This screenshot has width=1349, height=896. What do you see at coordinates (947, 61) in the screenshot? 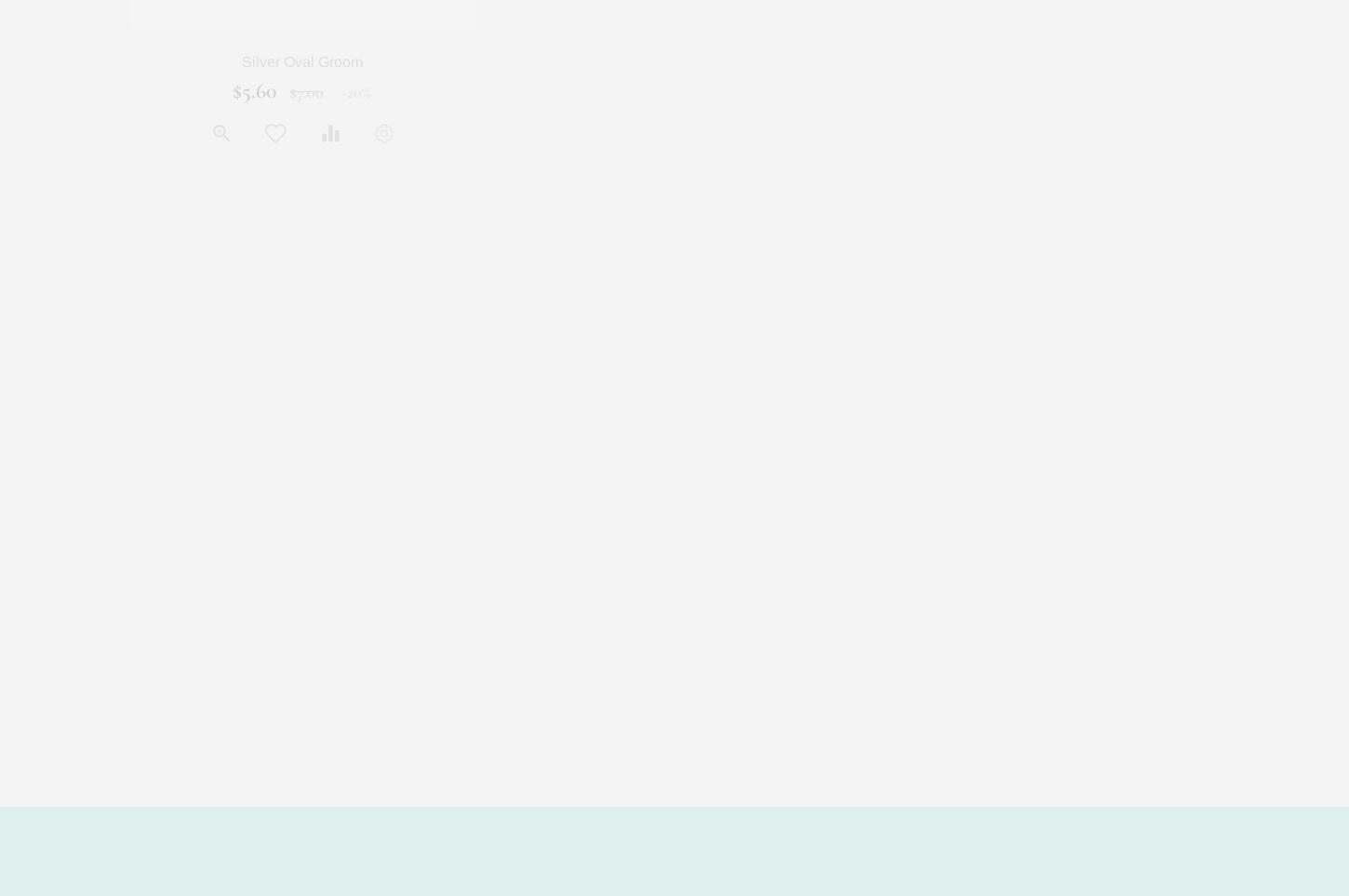
I see `'Angel Formal Dress Women's'` at bounding box center [947, 61].